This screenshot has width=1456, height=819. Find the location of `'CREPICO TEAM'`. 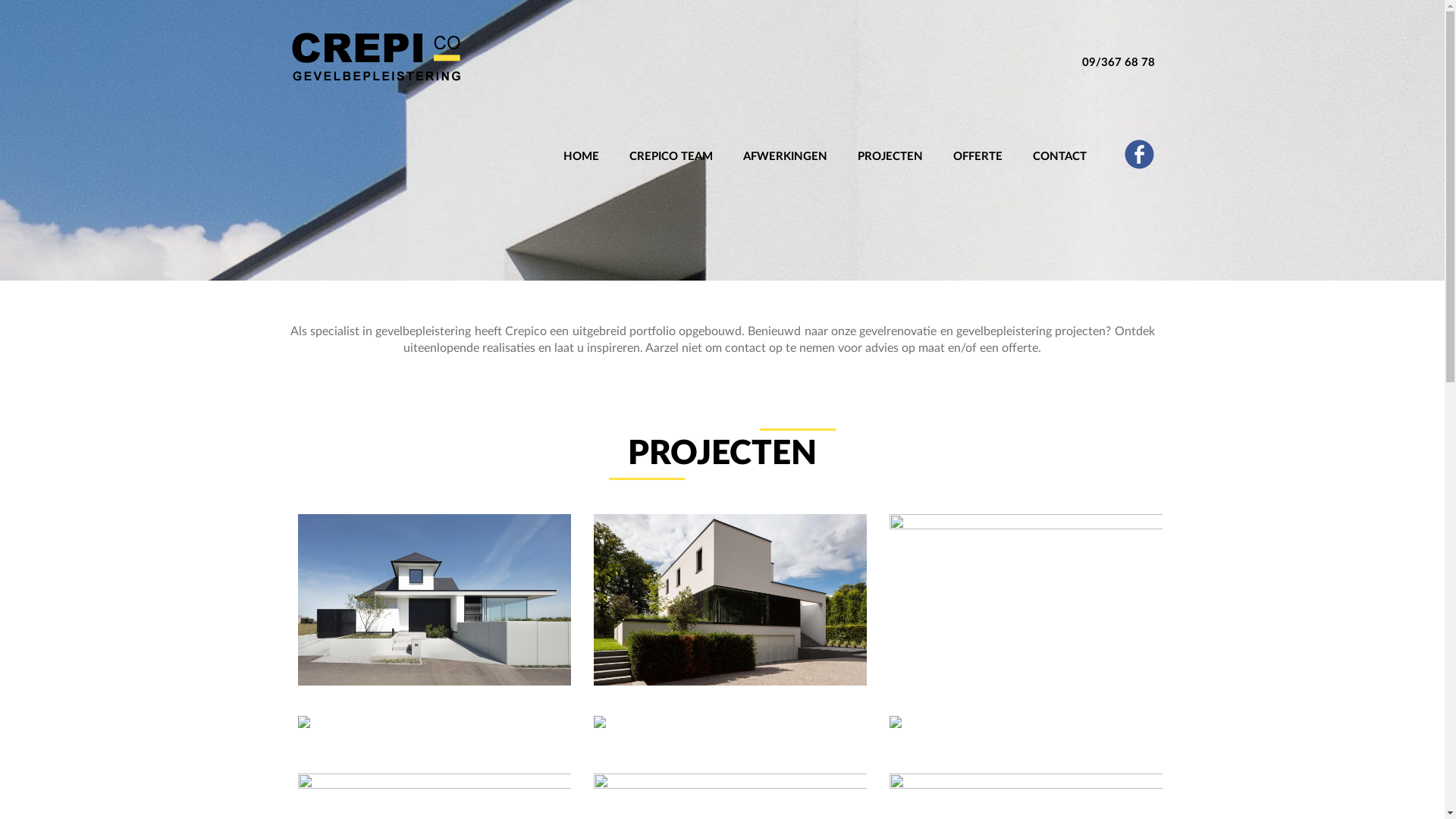

'CREPICO TEAM' is located at coordinates (670, 140).